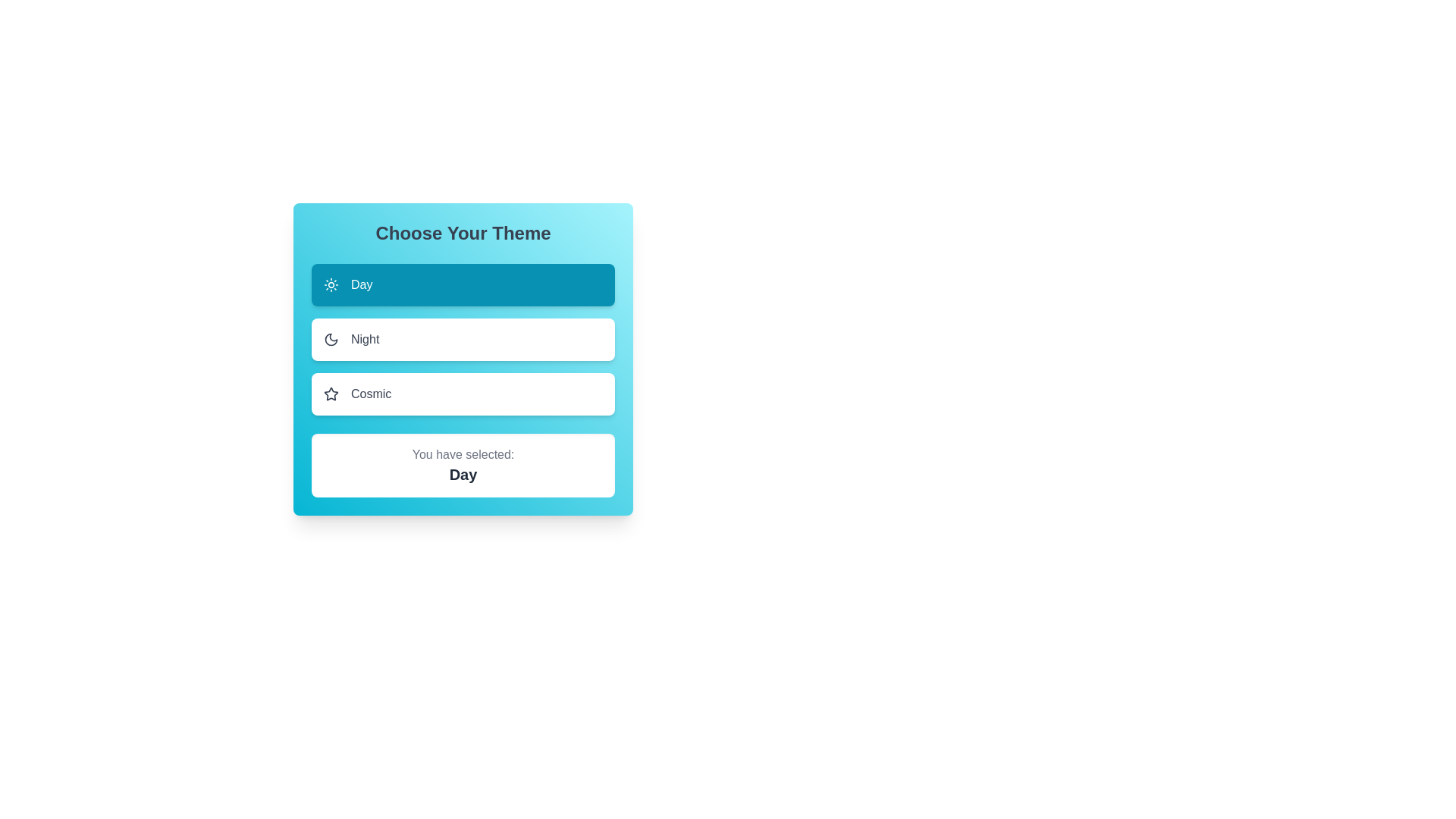 The height and width of the screenshot is (819, 1456). Describe the element at coordinates (365, 338) in the screenshot. I see `the 'Night' text label which is styled with medium font weight and dark gray color, positioned to the right of a circular moon icon within a selection box` at that location.